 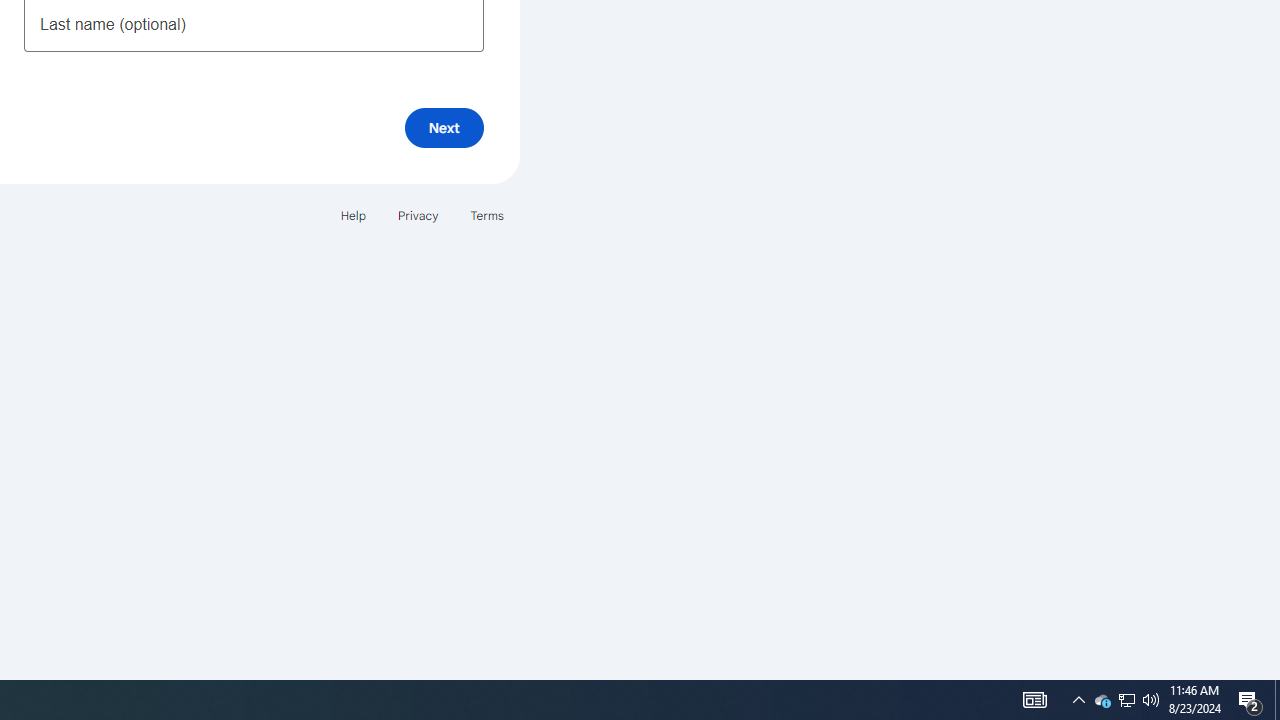 What do you see at coordinates (443, 127) in the screenshot?
I see `'Next'` at bounding box center [443, 127].